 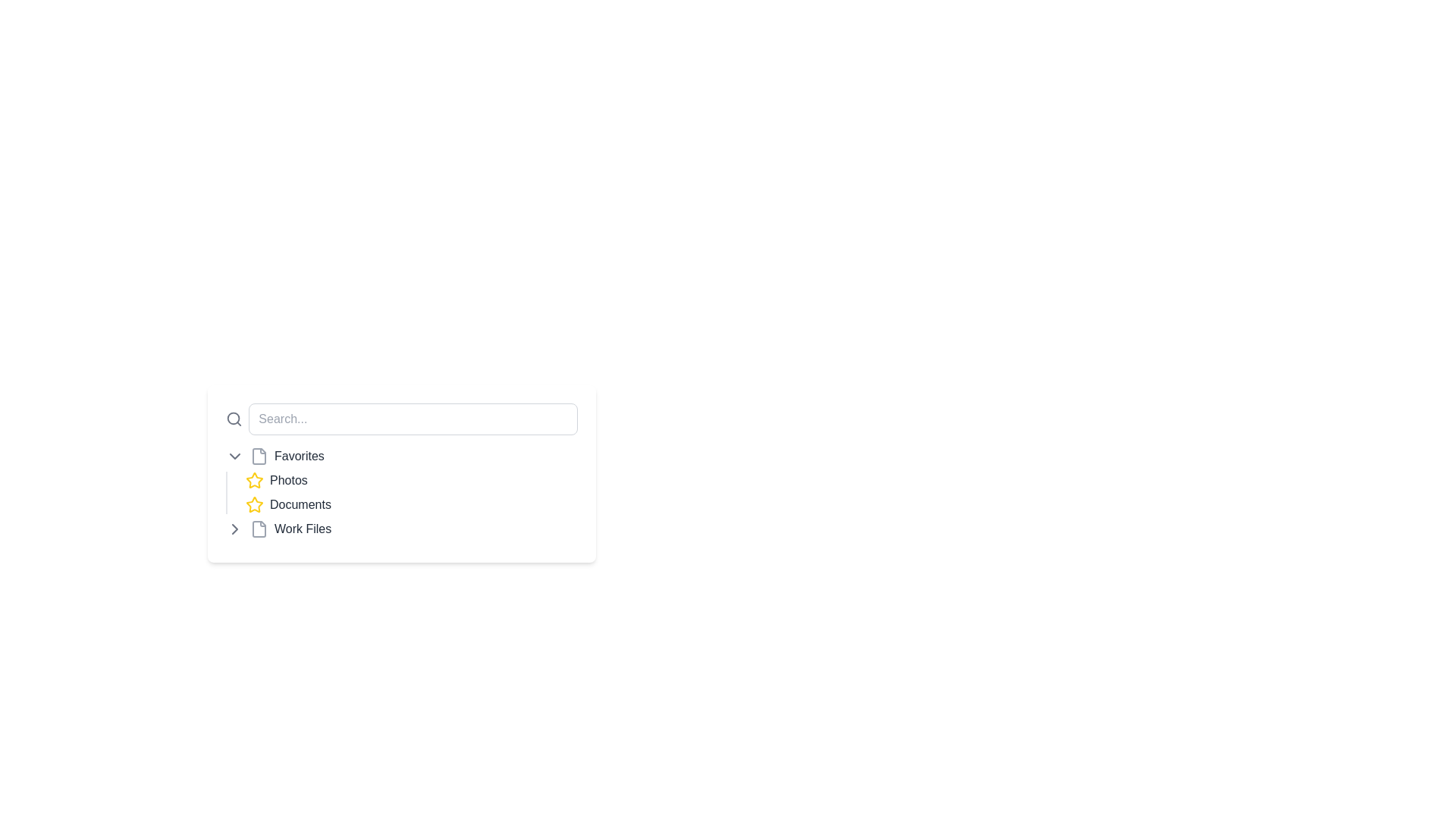 What do you see at coordinates (411, 480) in the screenshot?
I see `the first list item in the 'Favorites' section` at bounding box center [411, 480].